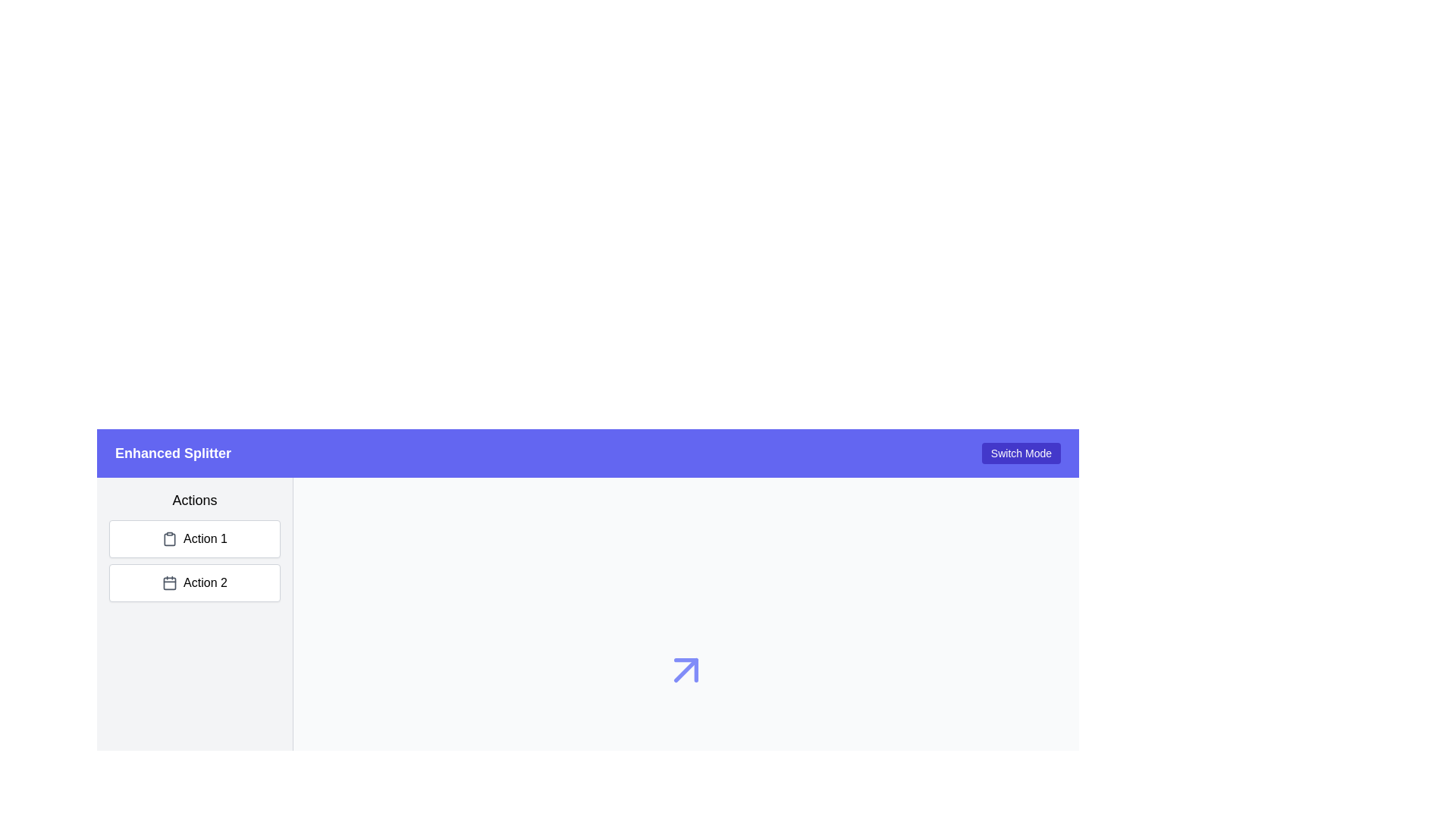 The image size is (1456, 819). Describe the element at coordinates (194, 582) in the screenshot. I see `the 'Action 2' button, which is a rectangular button with a white background and a calendar icon, located in the sidebar under the 'Actions' section` at that location.